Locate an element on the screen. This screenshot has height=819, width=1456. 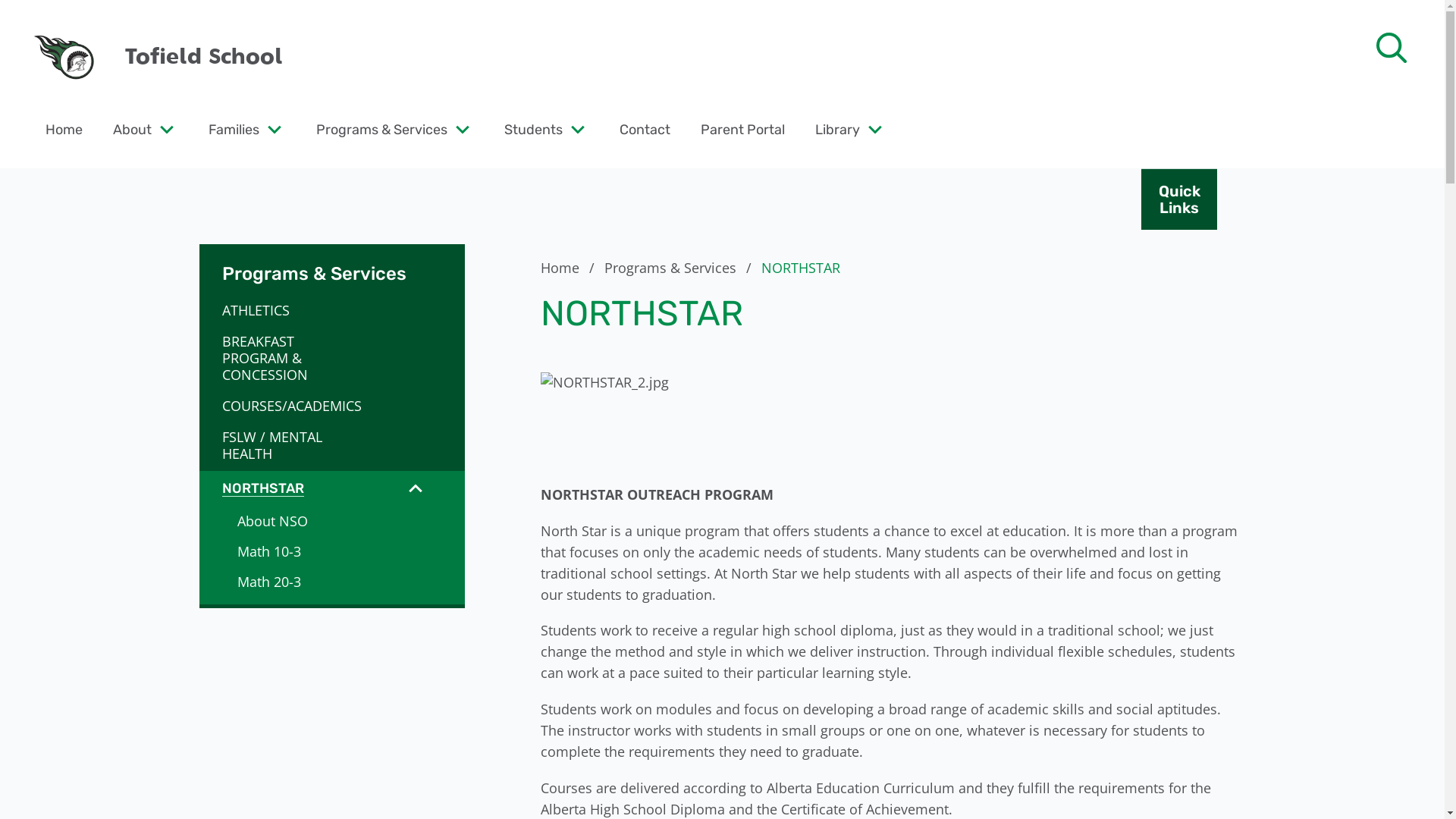
'Contact' is located at coordinates (645, 128).